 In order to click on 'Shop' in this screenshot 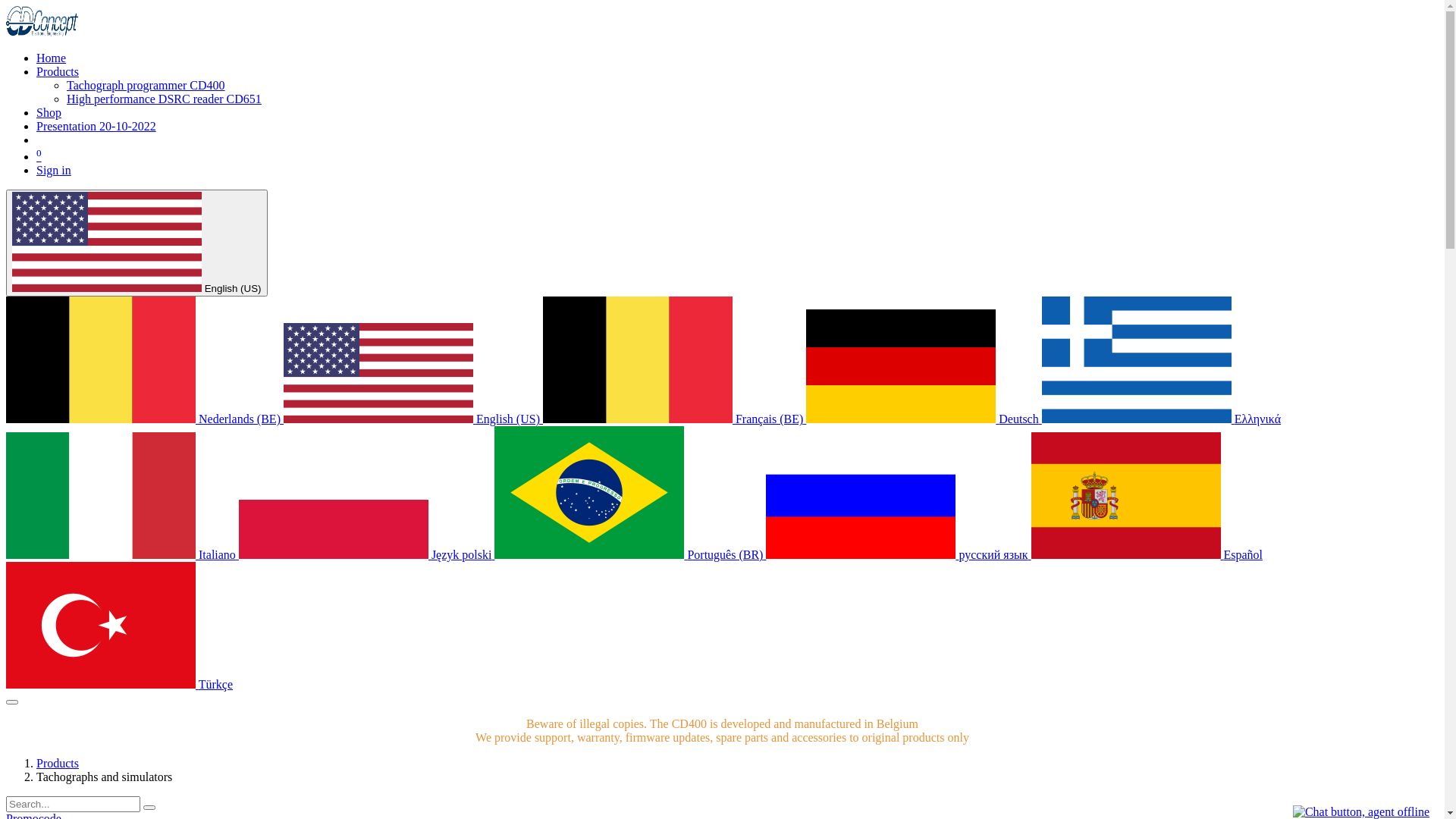, I will do `click(36, 111)`.